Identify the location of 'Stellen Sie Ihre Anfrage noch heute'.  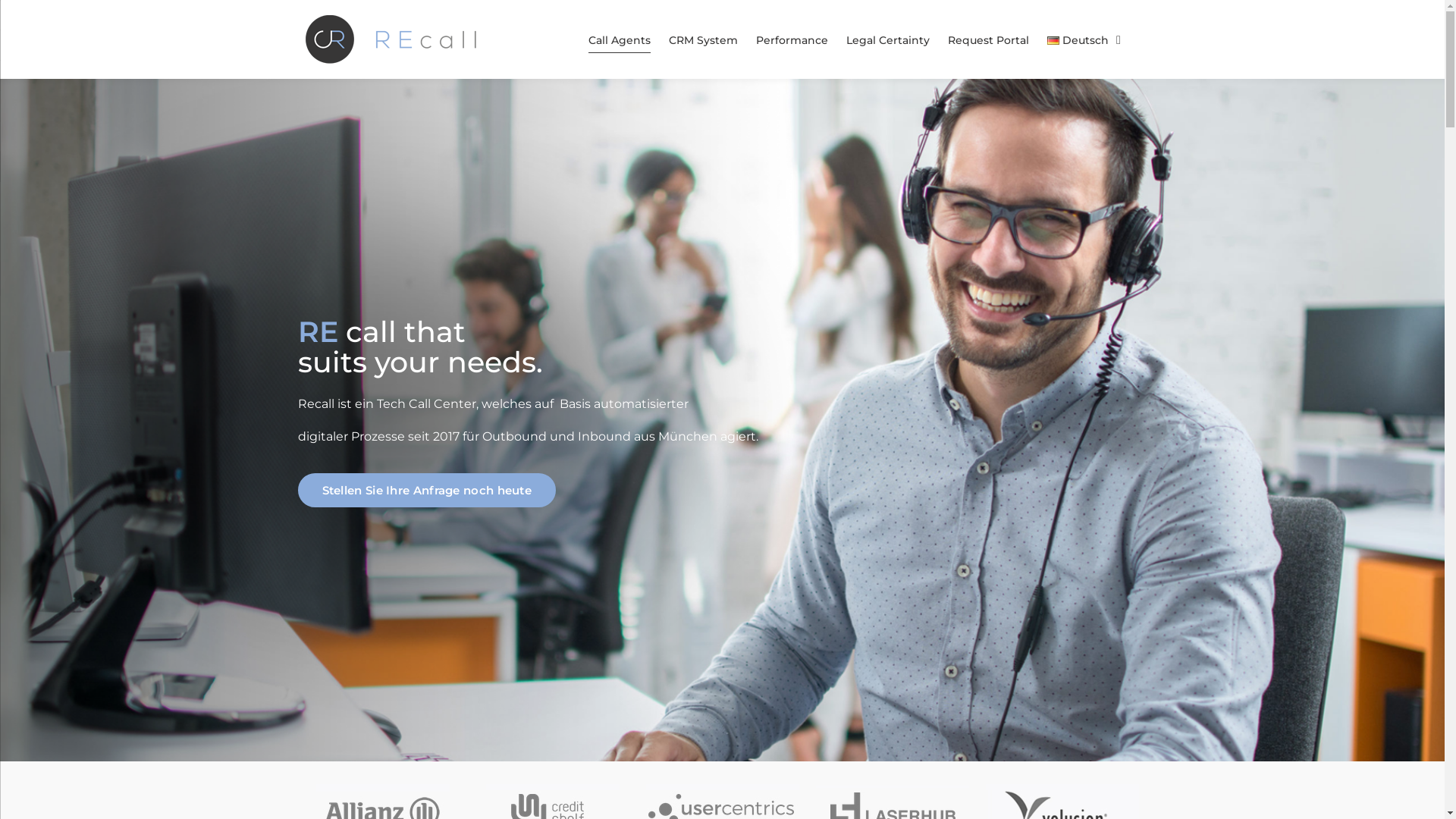
(425, 490).